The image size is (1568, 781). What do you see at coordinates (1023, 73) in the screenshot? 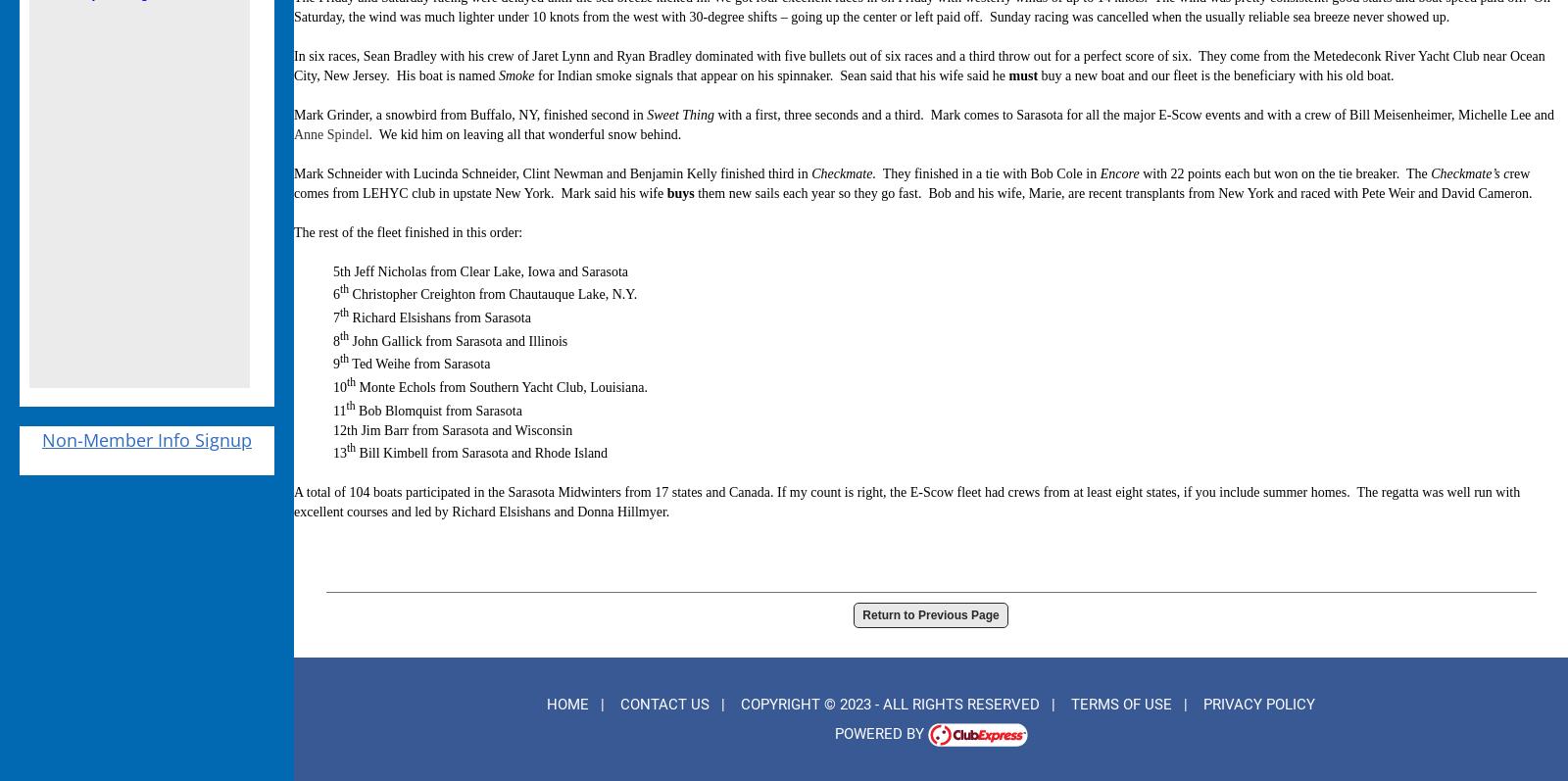
I see `'must'` at bounding box center [1023, 73].